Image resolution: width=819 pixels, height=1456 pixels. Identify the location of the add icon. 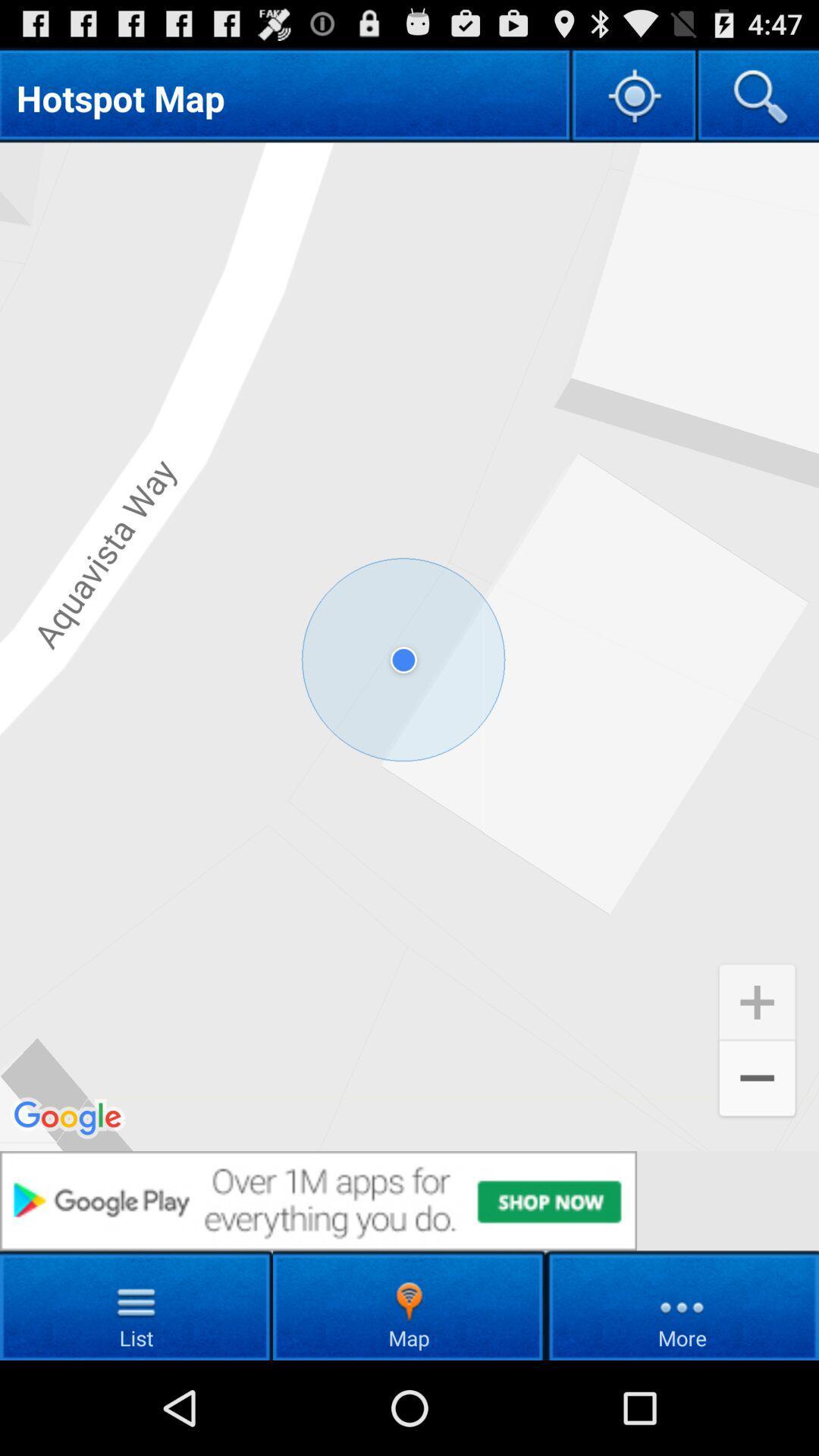
(757, 1070).